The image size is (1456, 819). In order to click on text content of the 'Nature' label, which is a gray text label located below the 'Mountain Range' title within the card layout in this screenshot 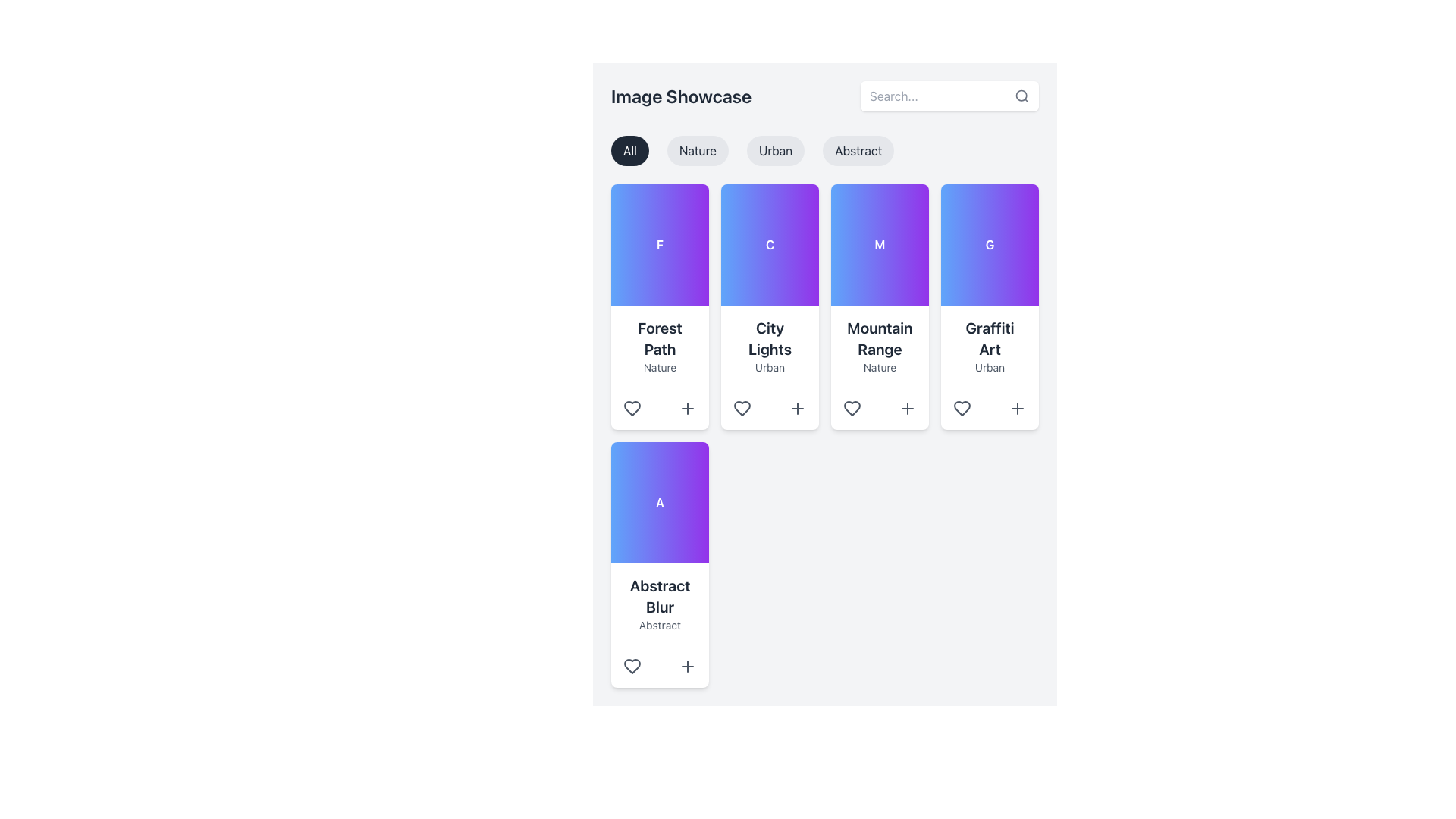, I will do `click(880, 368)`.